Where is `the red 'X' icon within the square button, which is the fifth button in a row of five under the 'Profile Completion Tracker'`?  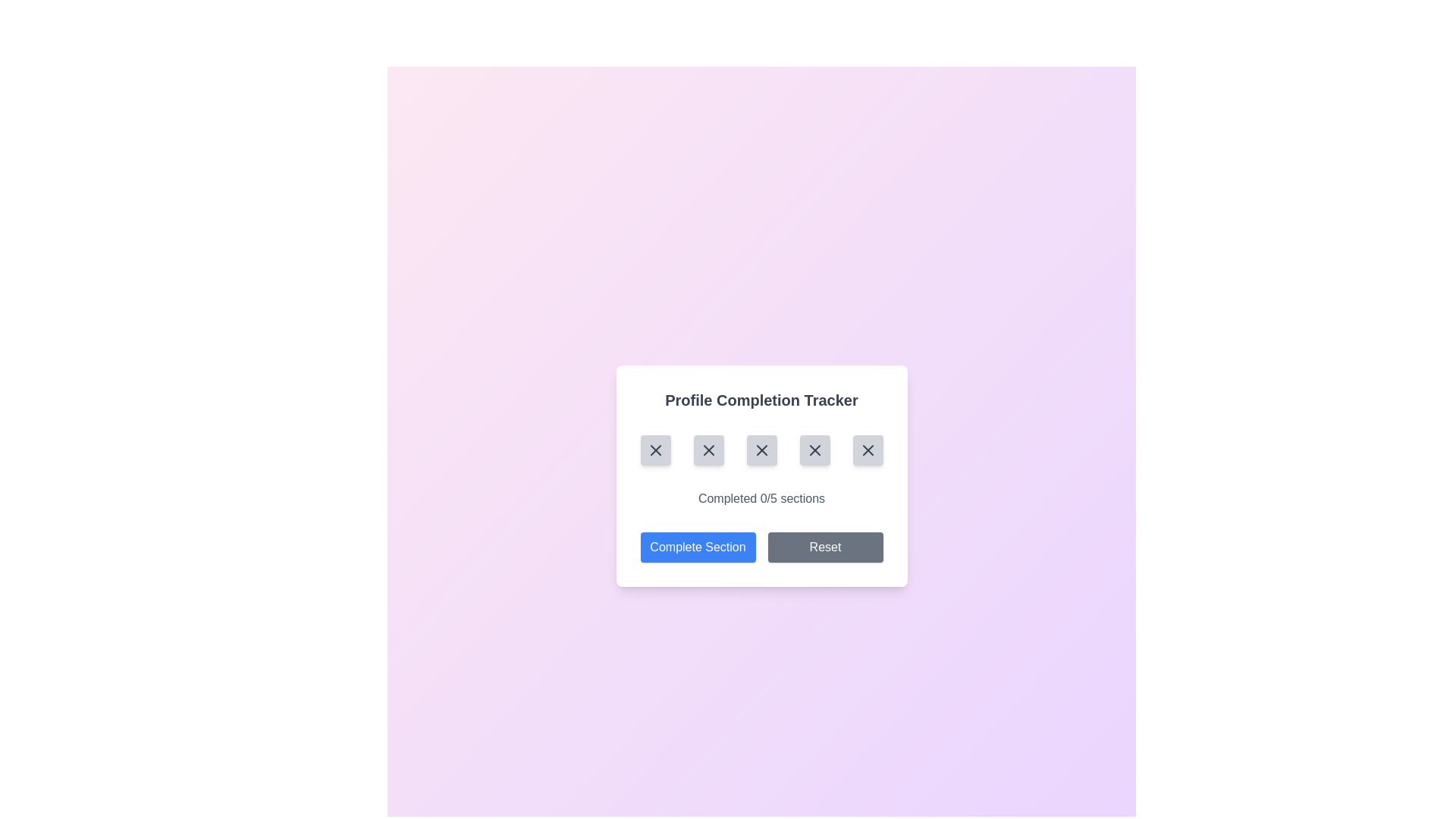
the red 'X' icon within the square button, which is the fifth button in a row of five under the 'Profile Completion Tracker' is located at coordinates (868, 450).